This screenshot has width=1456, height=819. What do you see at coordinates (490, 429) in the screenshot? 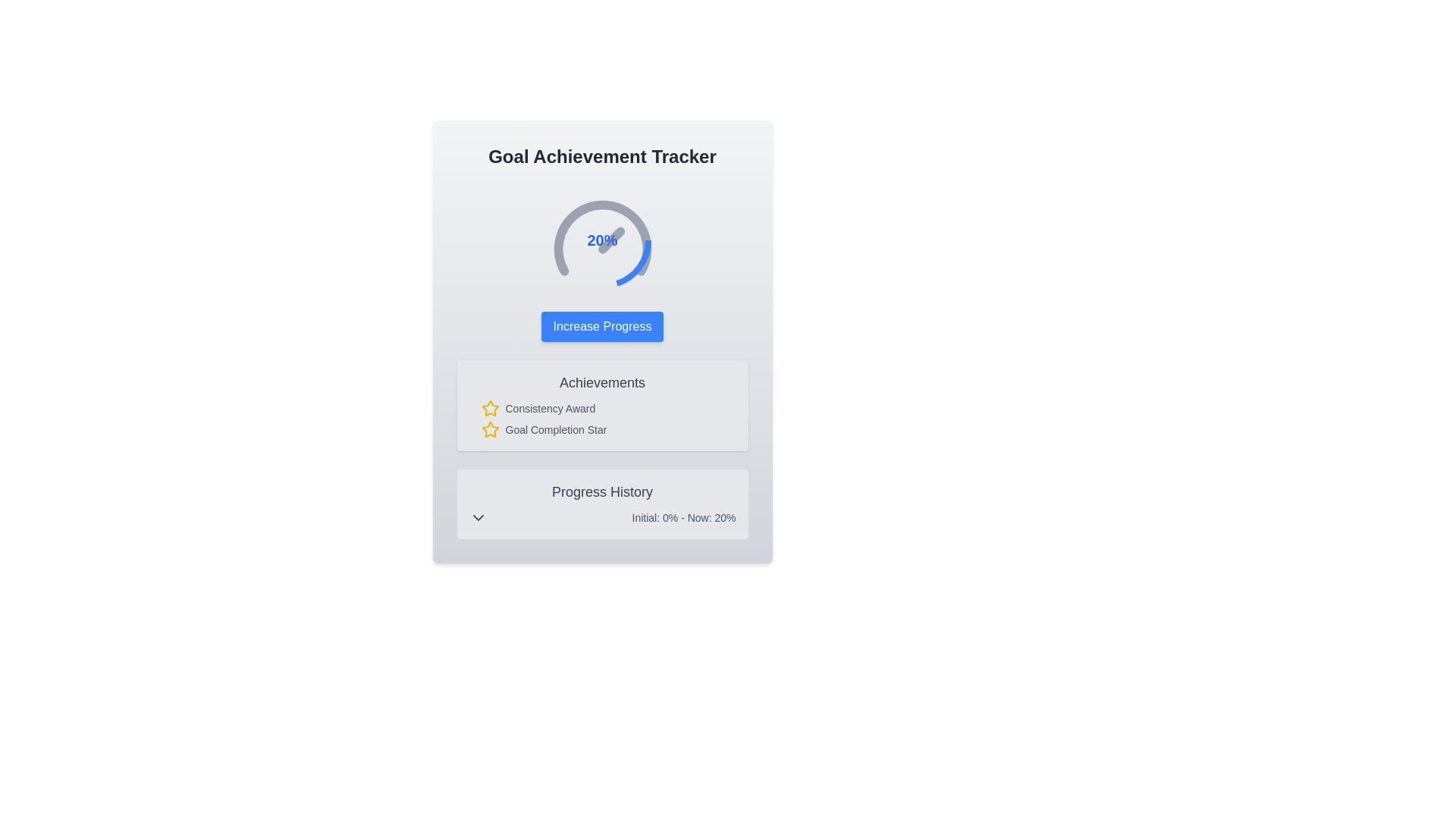
I see `the first icon in the 'Achievements' section that represents the 'Consistency Award.'` at bounding box center [490, 429].